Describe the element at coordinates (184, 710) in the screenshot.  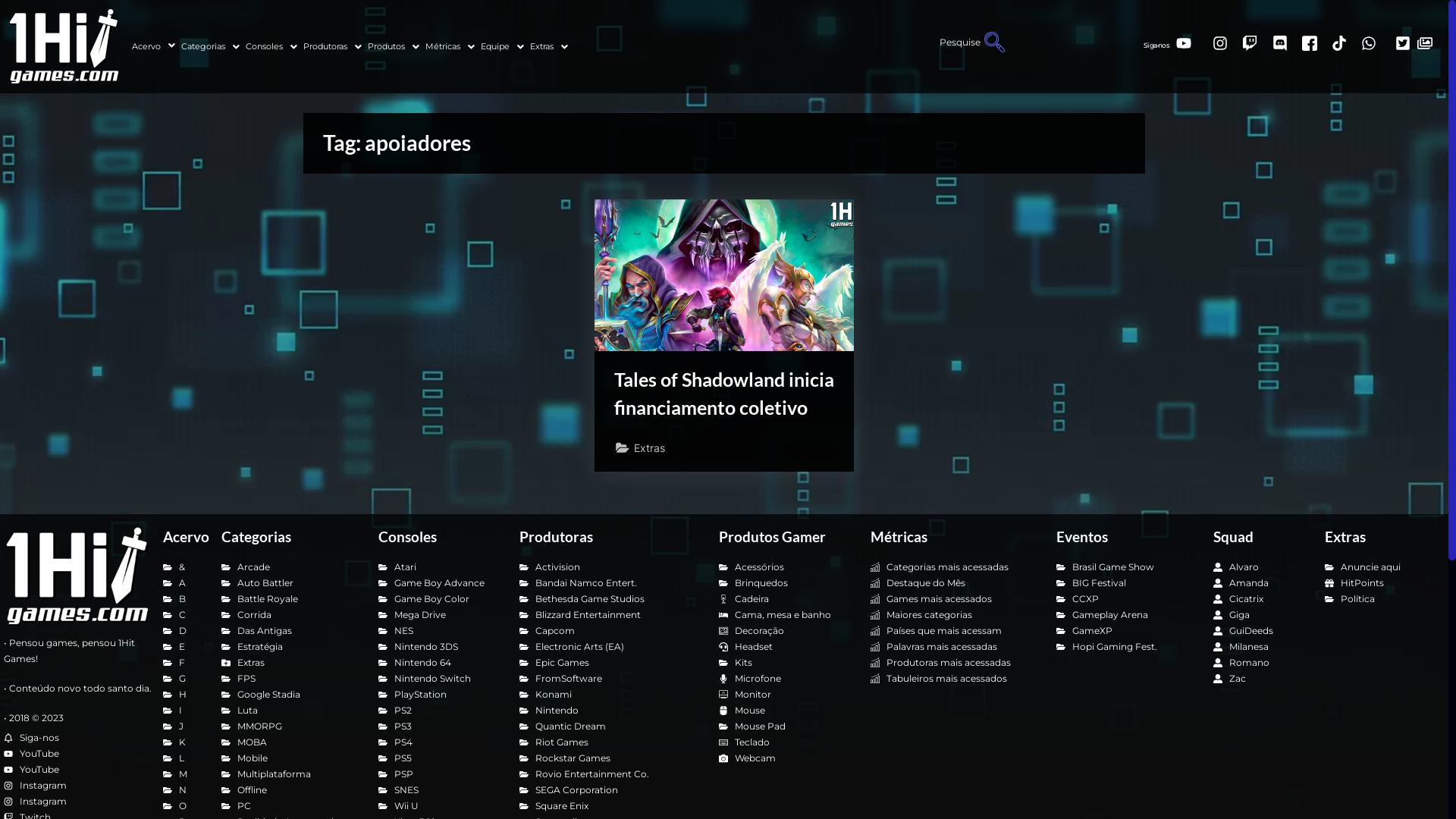
I see `'I'` at that location.